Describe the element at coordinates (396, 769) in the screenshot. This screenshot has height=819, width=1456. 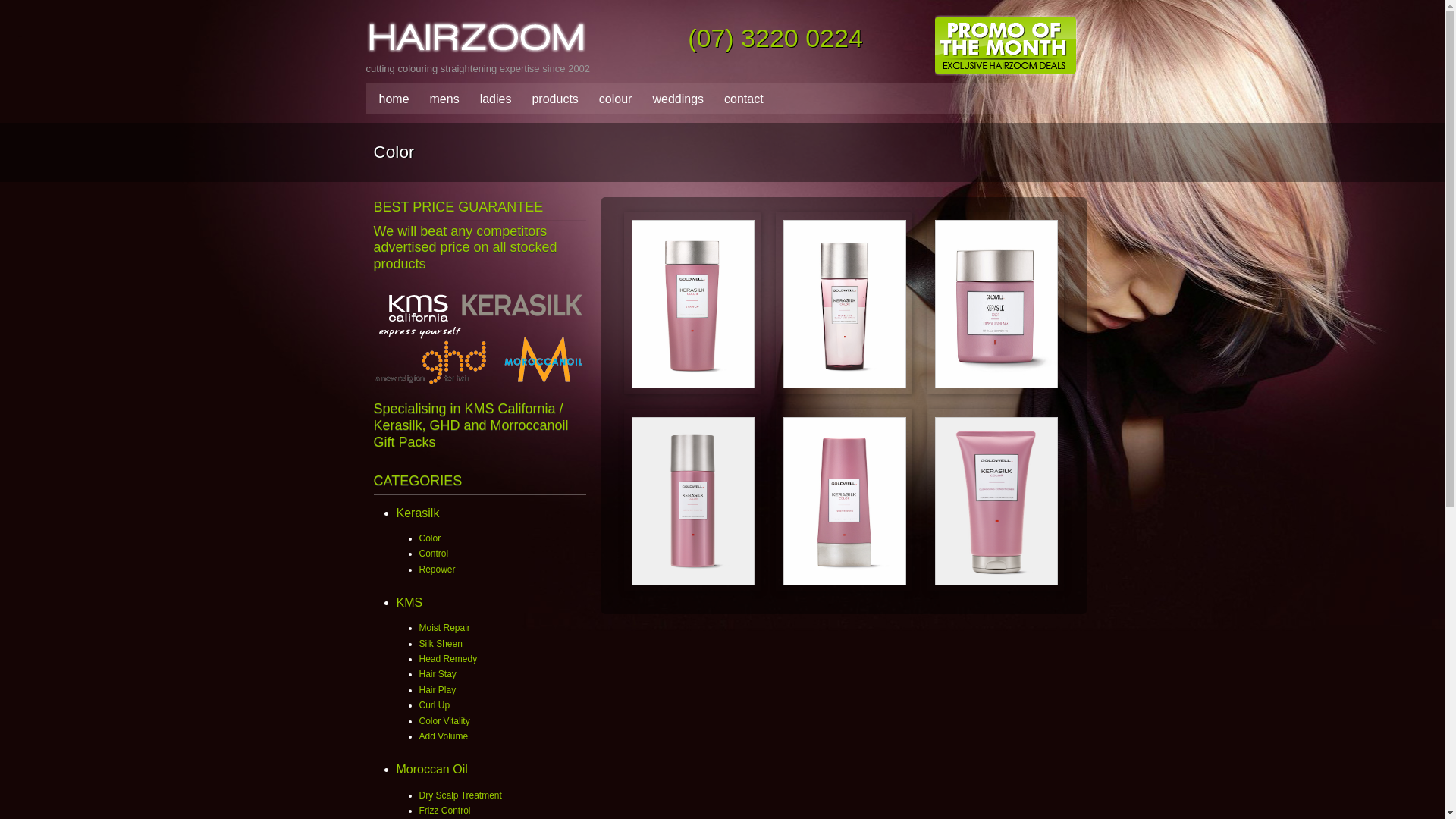
I see `'Moroccan Oil'` at that location.